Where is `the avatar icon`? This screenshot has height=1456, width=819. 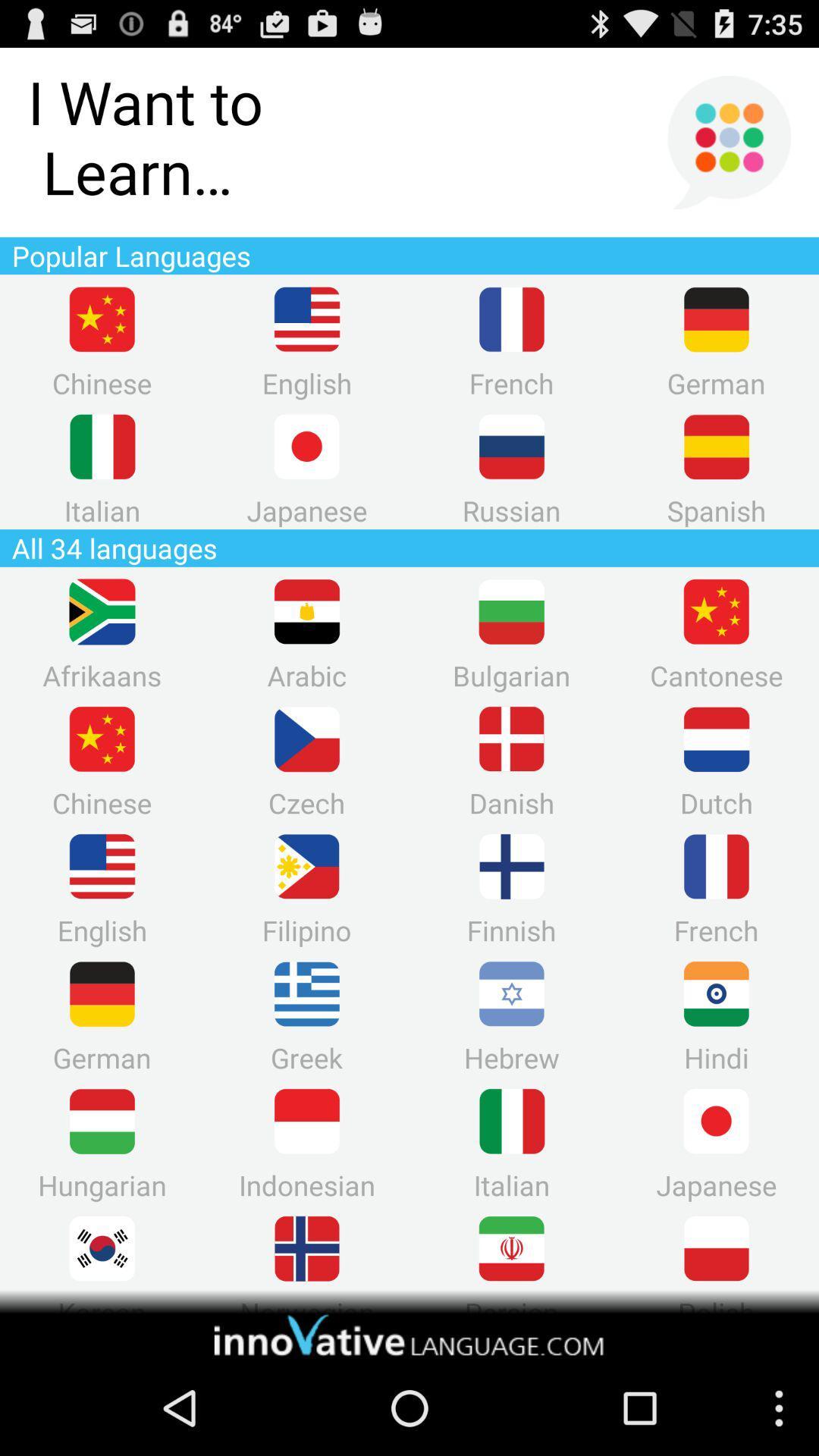 the avatar icon is located at coordinates (717, 1063).